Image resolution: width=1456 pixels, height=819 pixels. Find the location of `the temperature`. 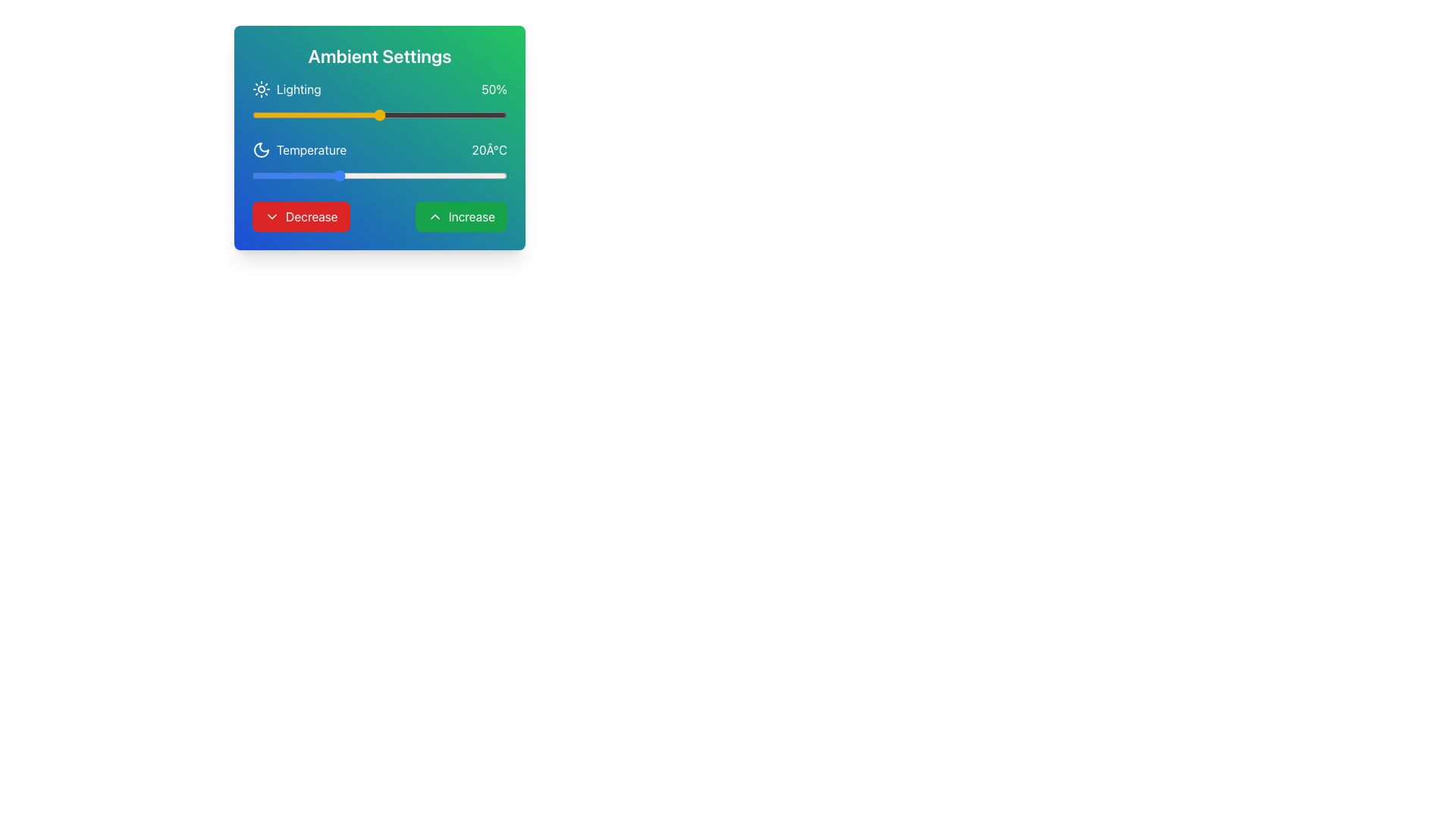

the temperature is located at coordinates (303, 174).